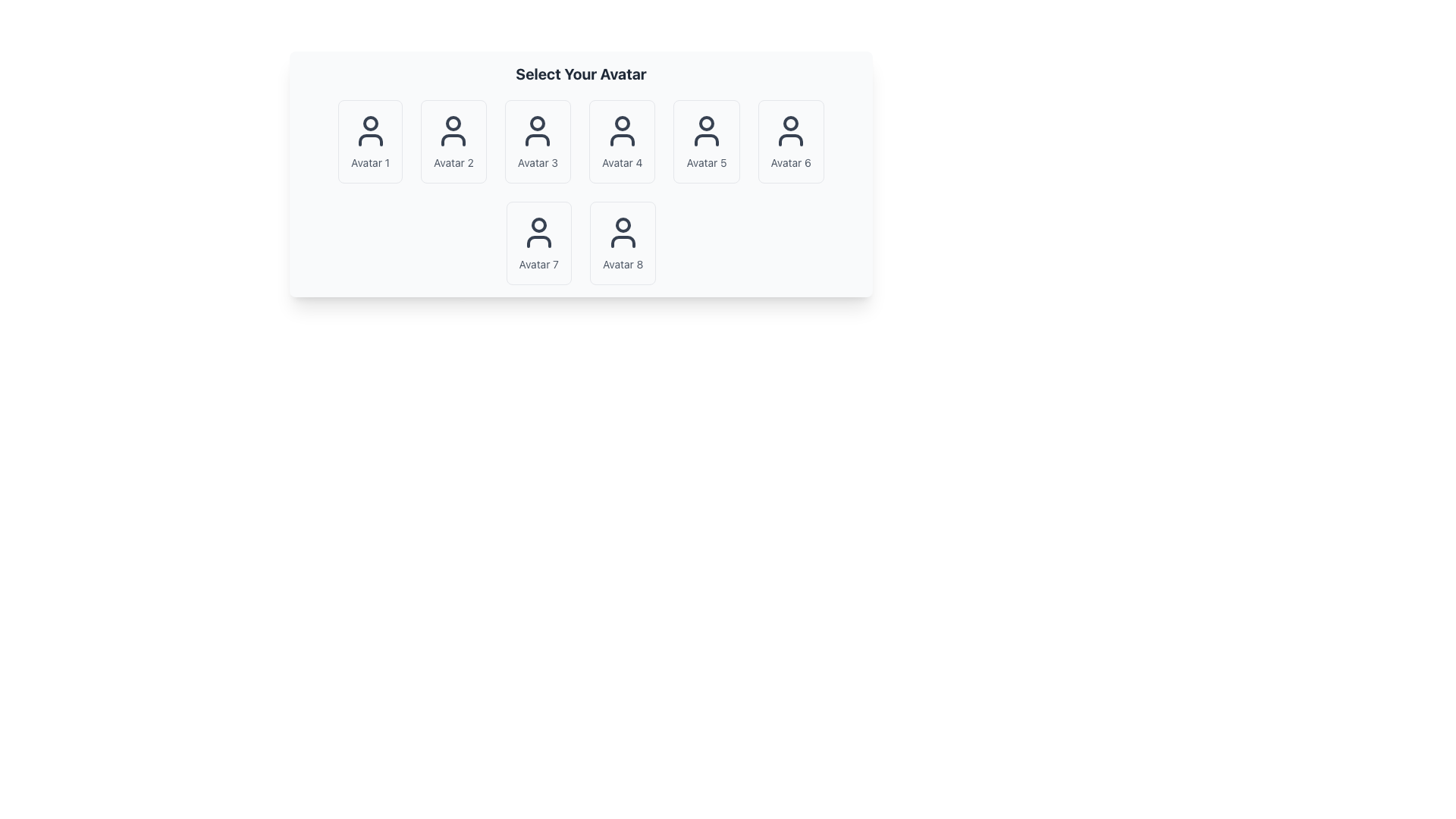 The width and height of the screenshot is (1456, 819). I want to click on the avatar head icon representing Avatar 8, which is located in the second row and second column of the selection grid, centered above the text label 'Avatar 8', so click(623, 225).